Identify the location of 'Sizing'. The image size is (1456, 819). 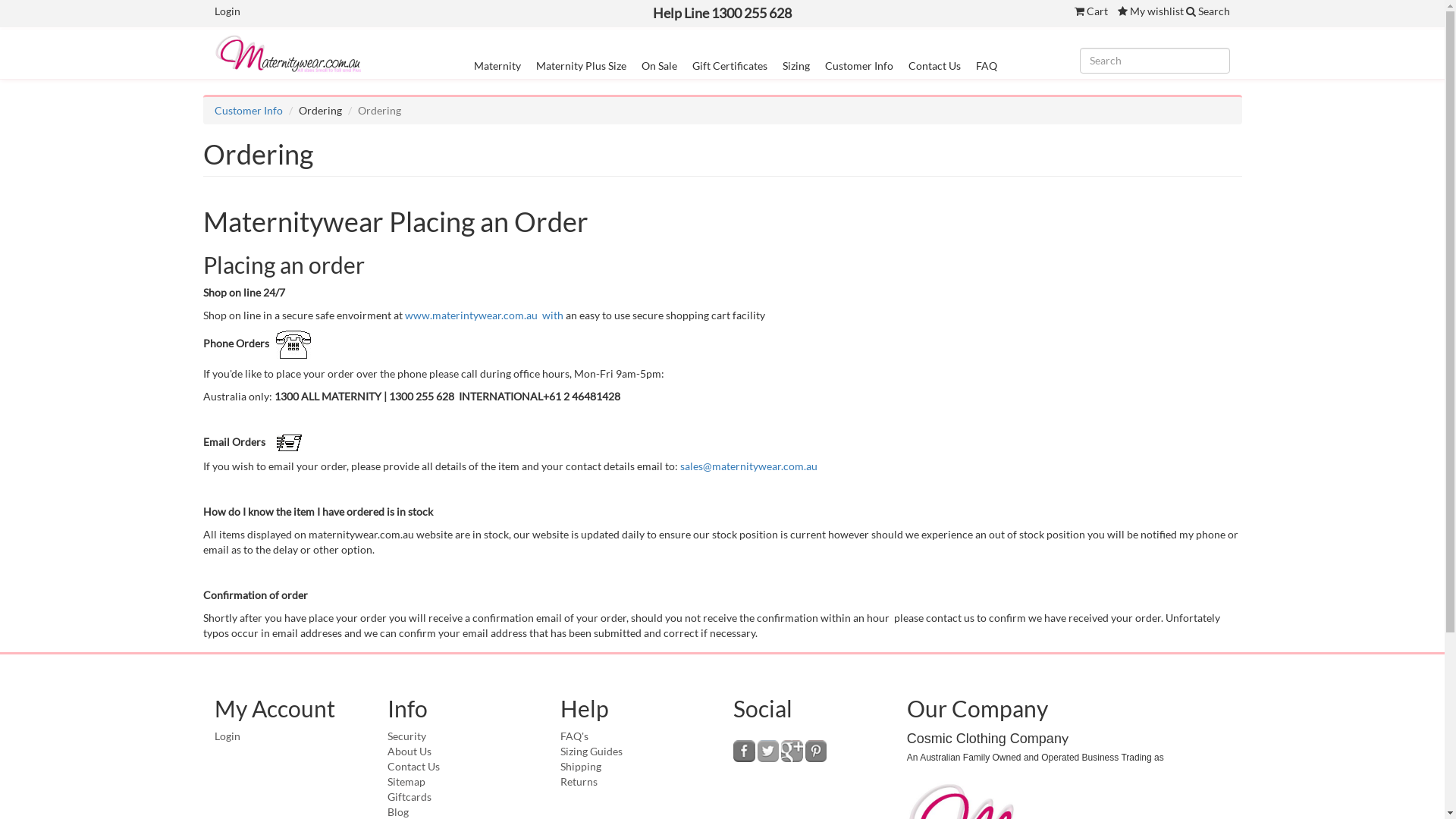
(795, 64).